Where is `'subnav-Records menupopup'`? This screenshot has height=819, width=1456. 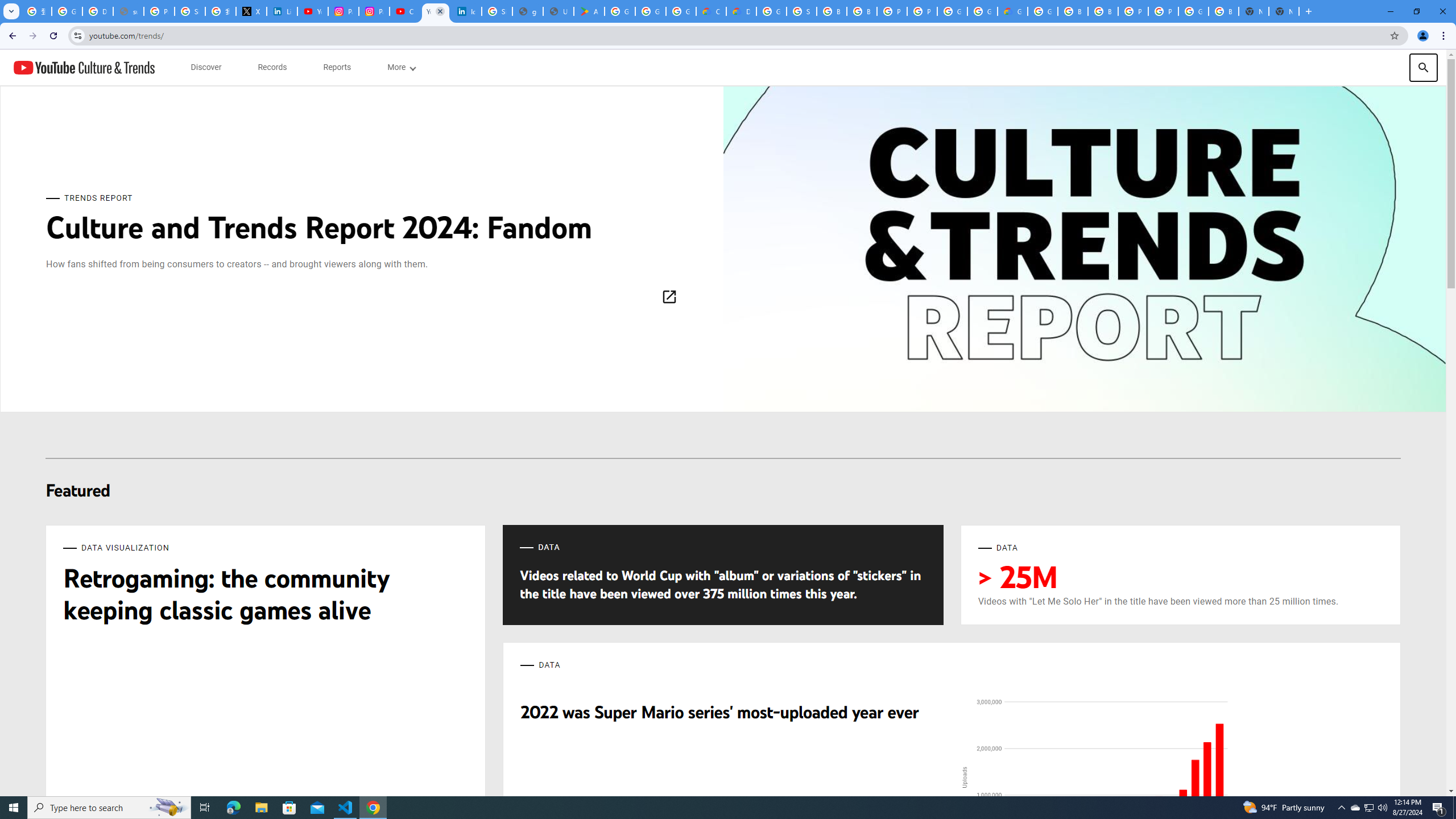
'subnav-Records menupopup' is located at coordinates (271, 67).